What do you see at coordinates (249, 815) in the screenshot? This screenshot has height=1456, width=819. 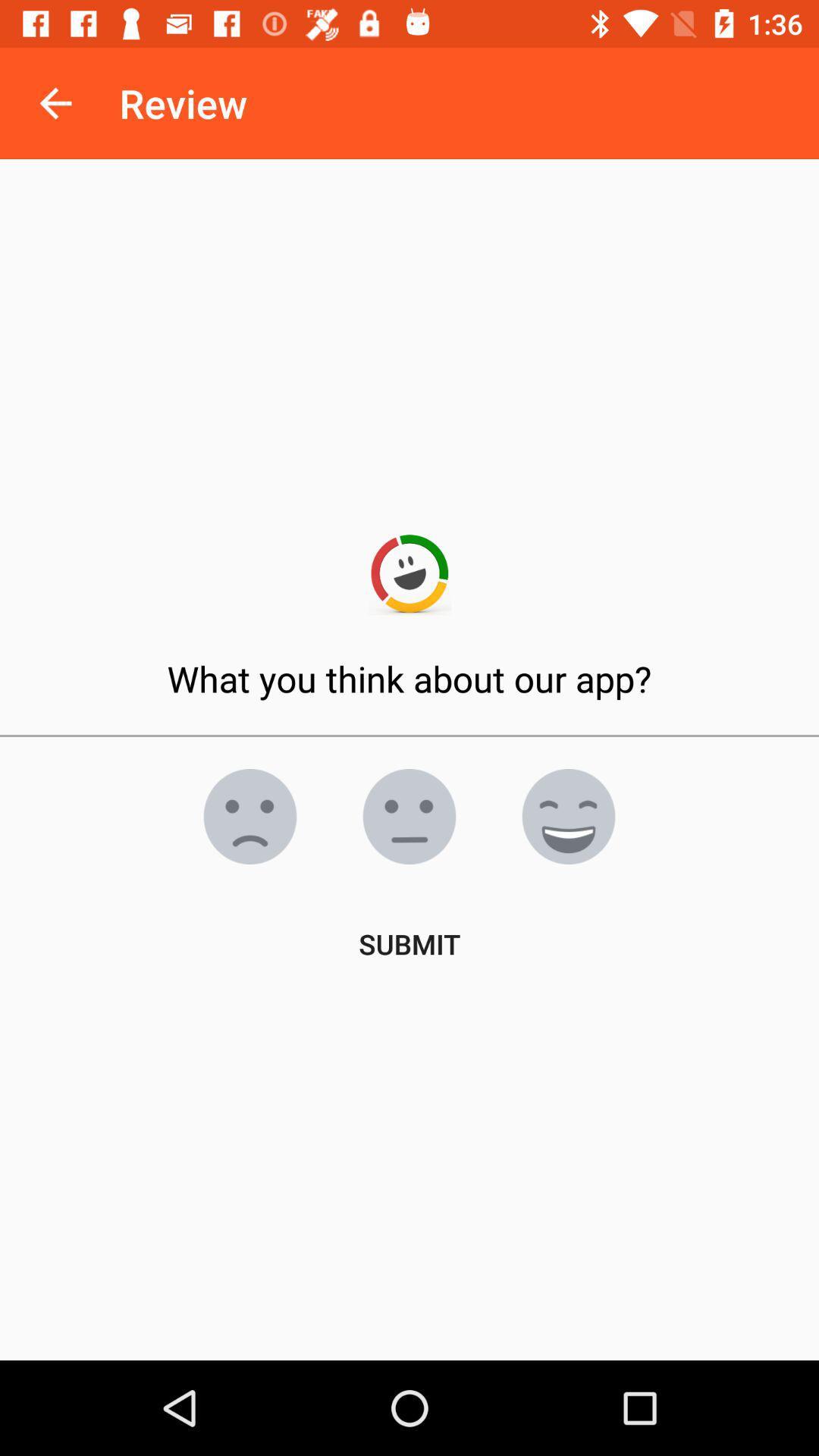 I see `the item above submit item` at bounding box center [249, 815].